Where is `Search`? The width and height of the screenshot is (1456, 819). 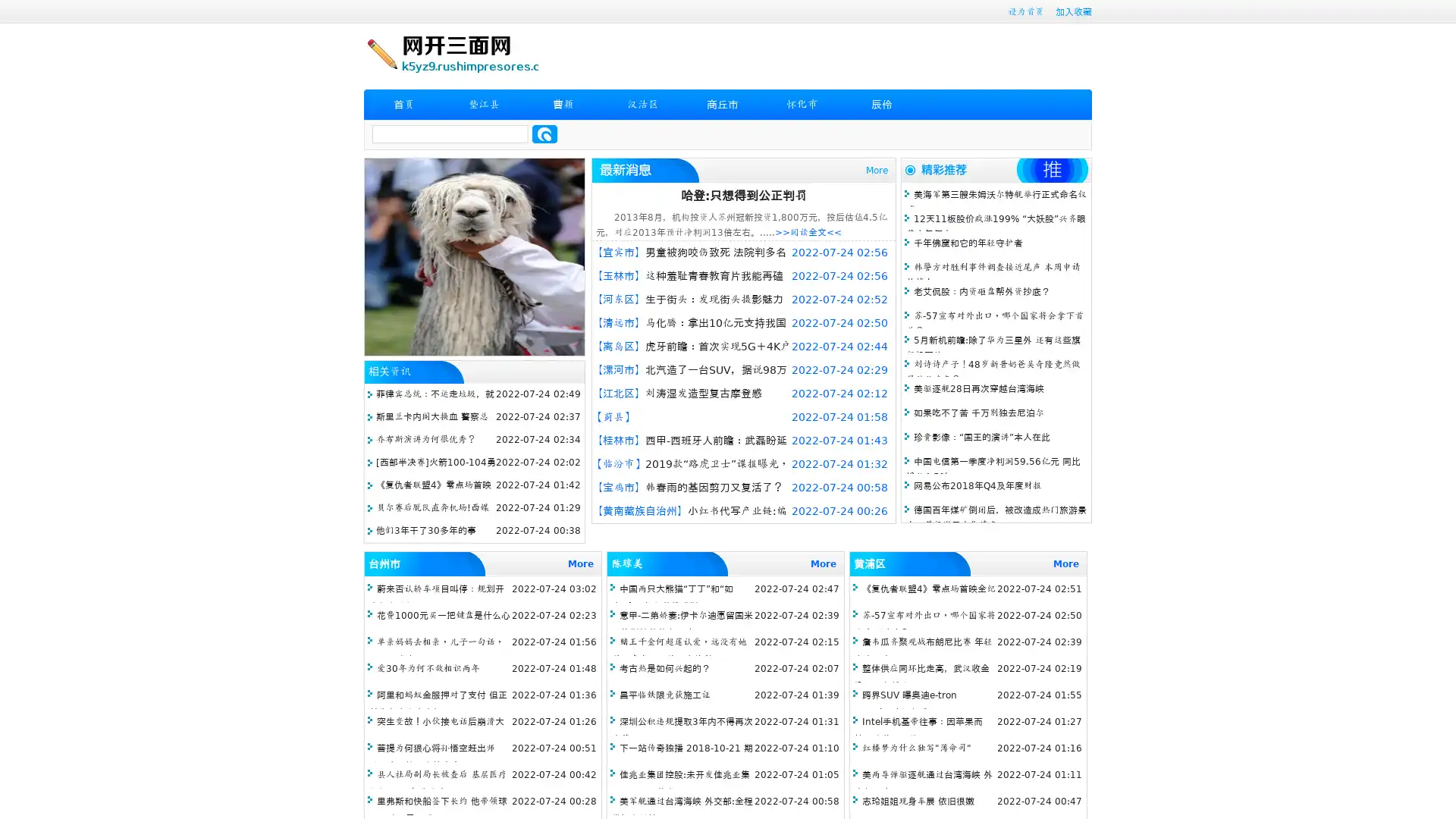 Search is located at coordinates (544, 133).